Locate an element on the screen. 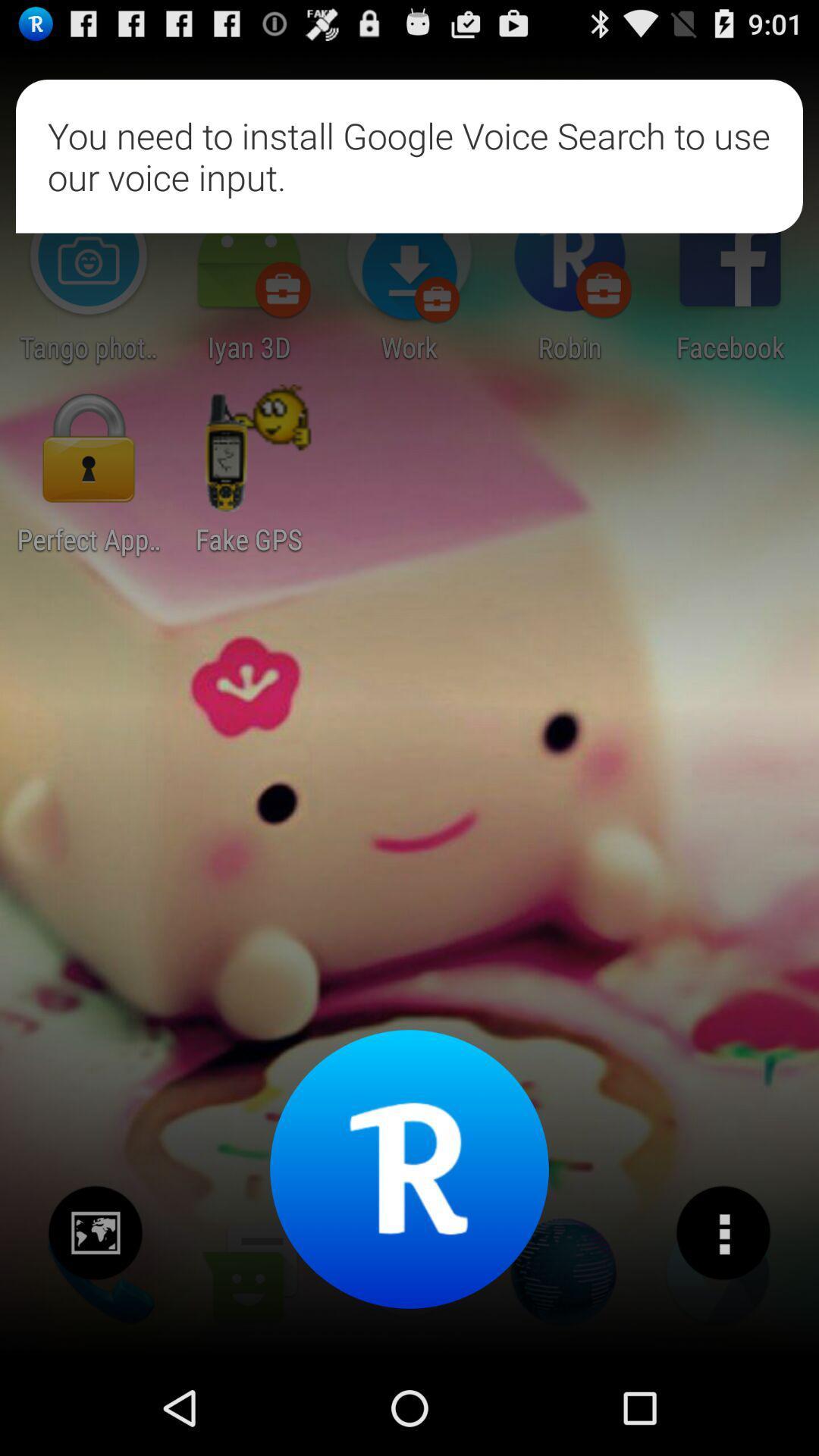  the more icon is located at coordinates (722, 1319).